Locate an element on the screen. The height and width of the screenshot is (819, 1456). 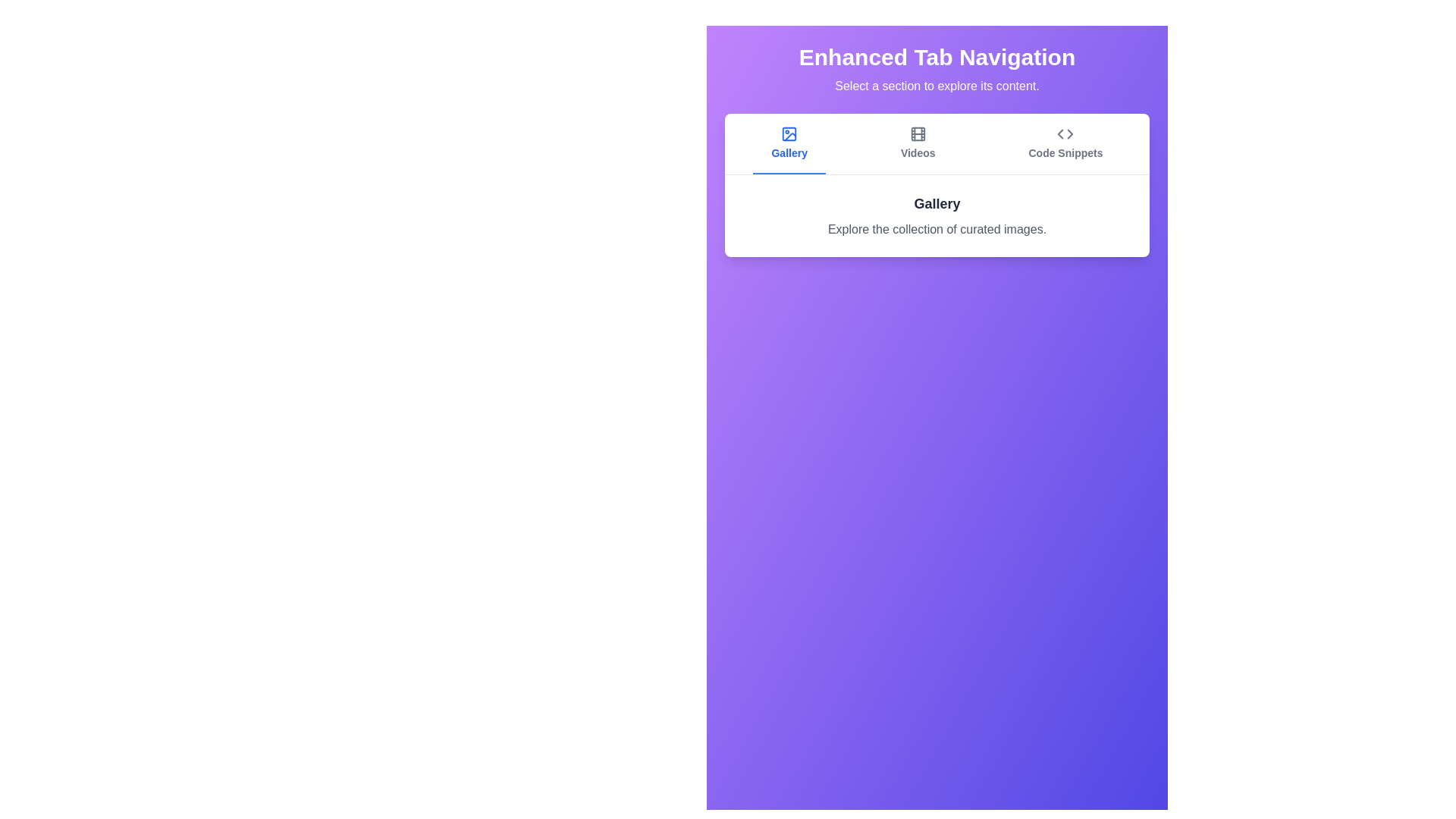
the icon of the Videos tab is located at coordinates (917, 133).